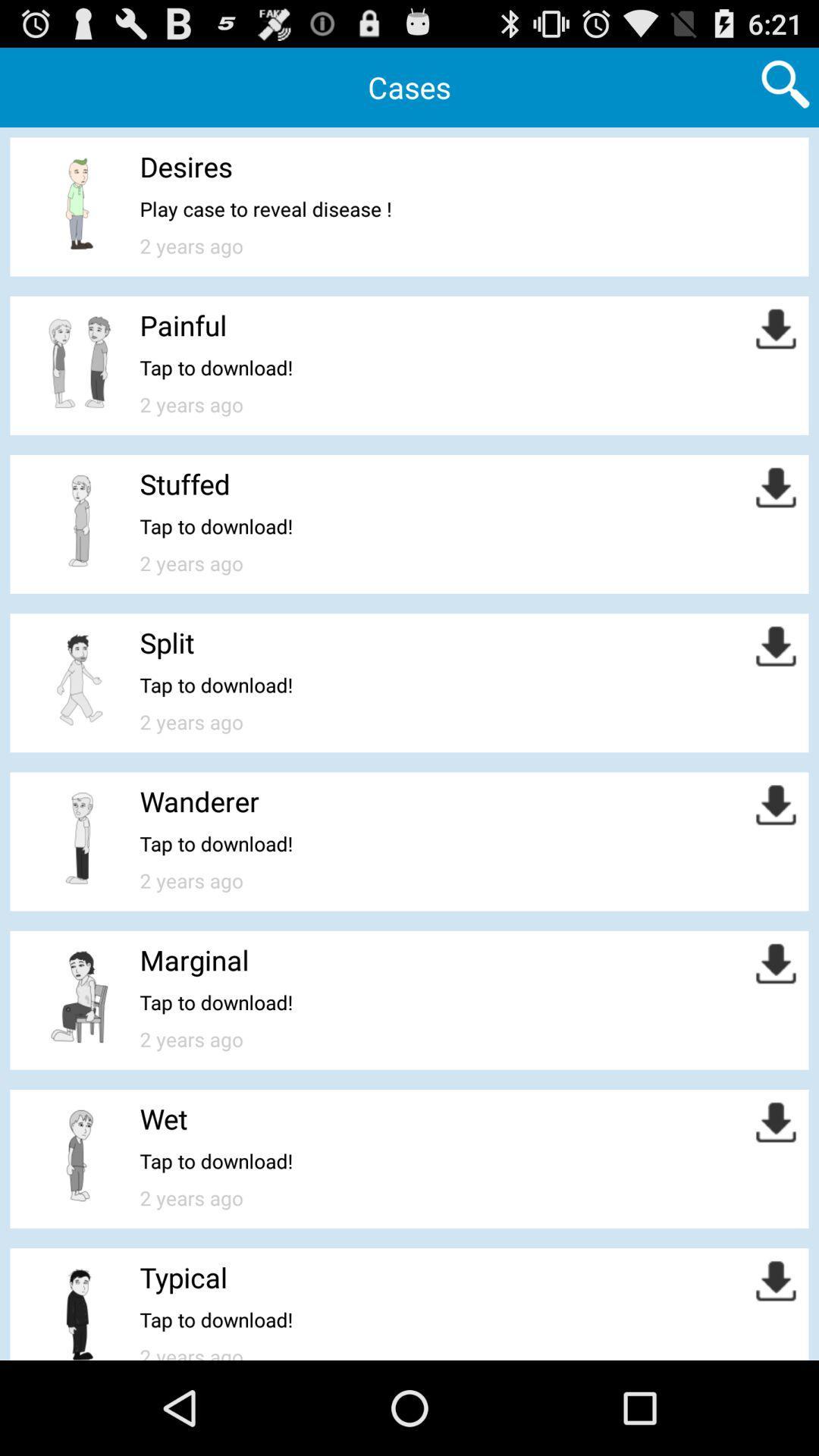 The height and width of the screenshot is (1456, 819). Describe the element at coordinates (164, 1119) in the screenshot. I see `wet icon` at that location.